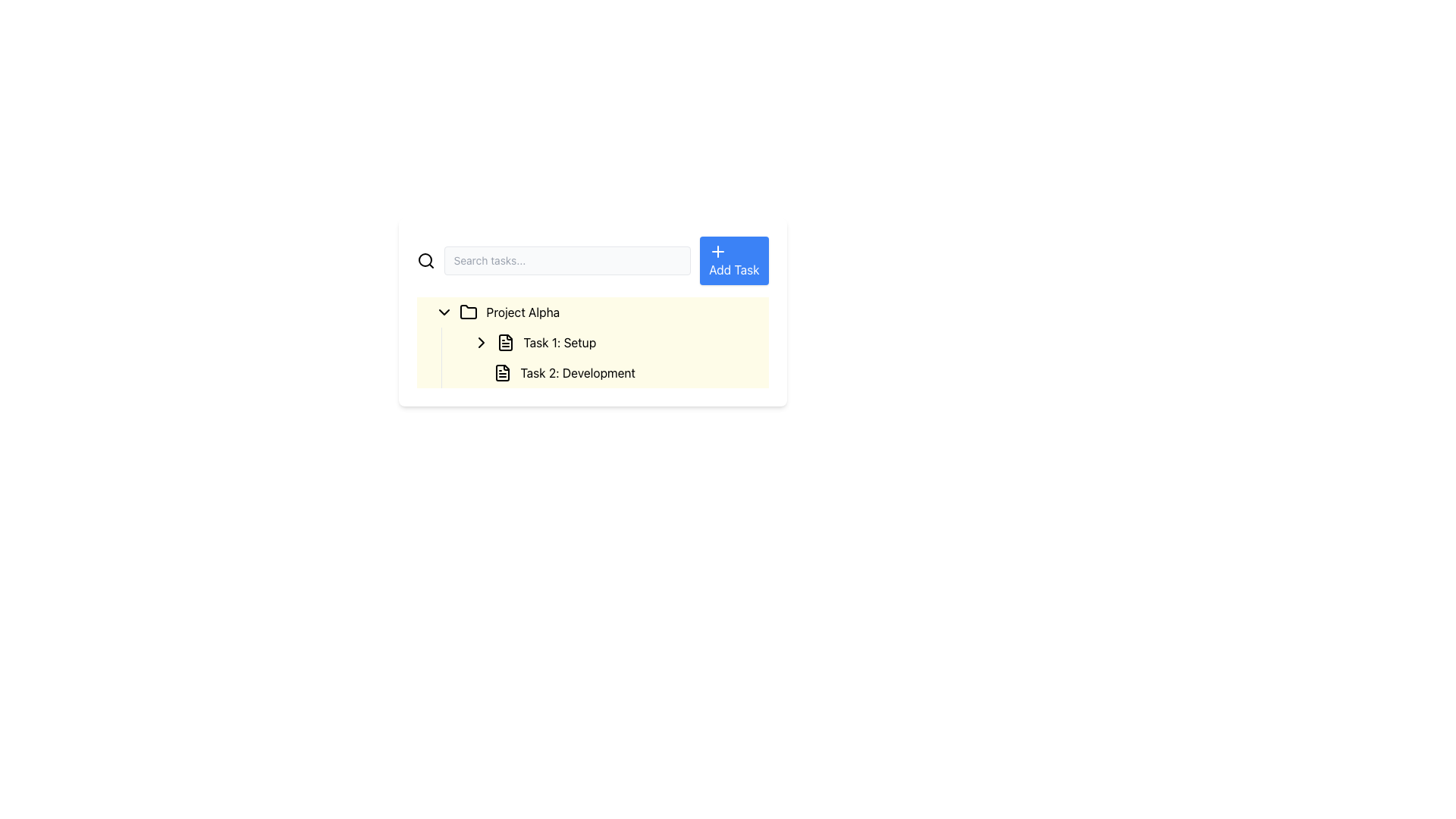 This screenshot has width=1456, height=819. I want to click on the expand/collapse button in the header row labeled 'Project Alpha', so click(443, 312).